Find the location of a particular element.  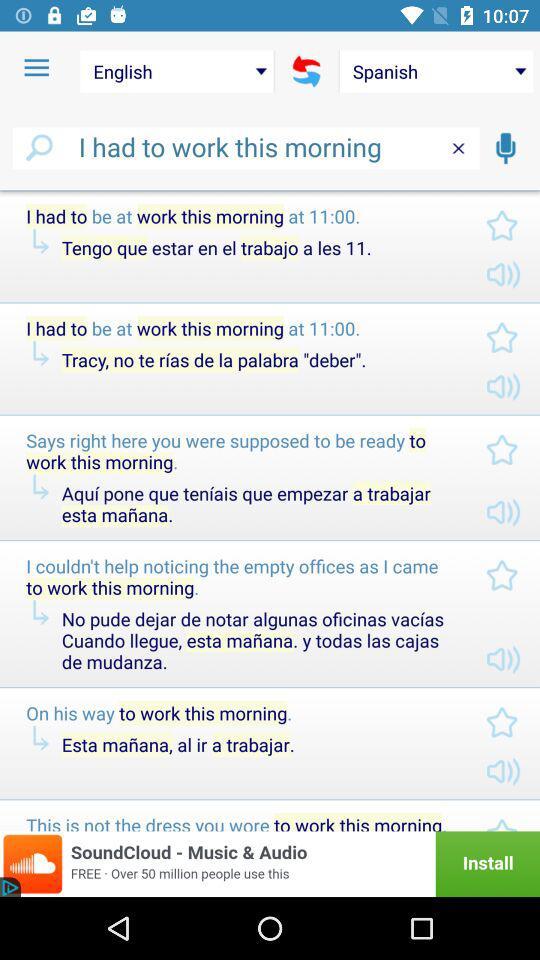

the icon to the left of the spanish icon is located at coordinates (306, 71).